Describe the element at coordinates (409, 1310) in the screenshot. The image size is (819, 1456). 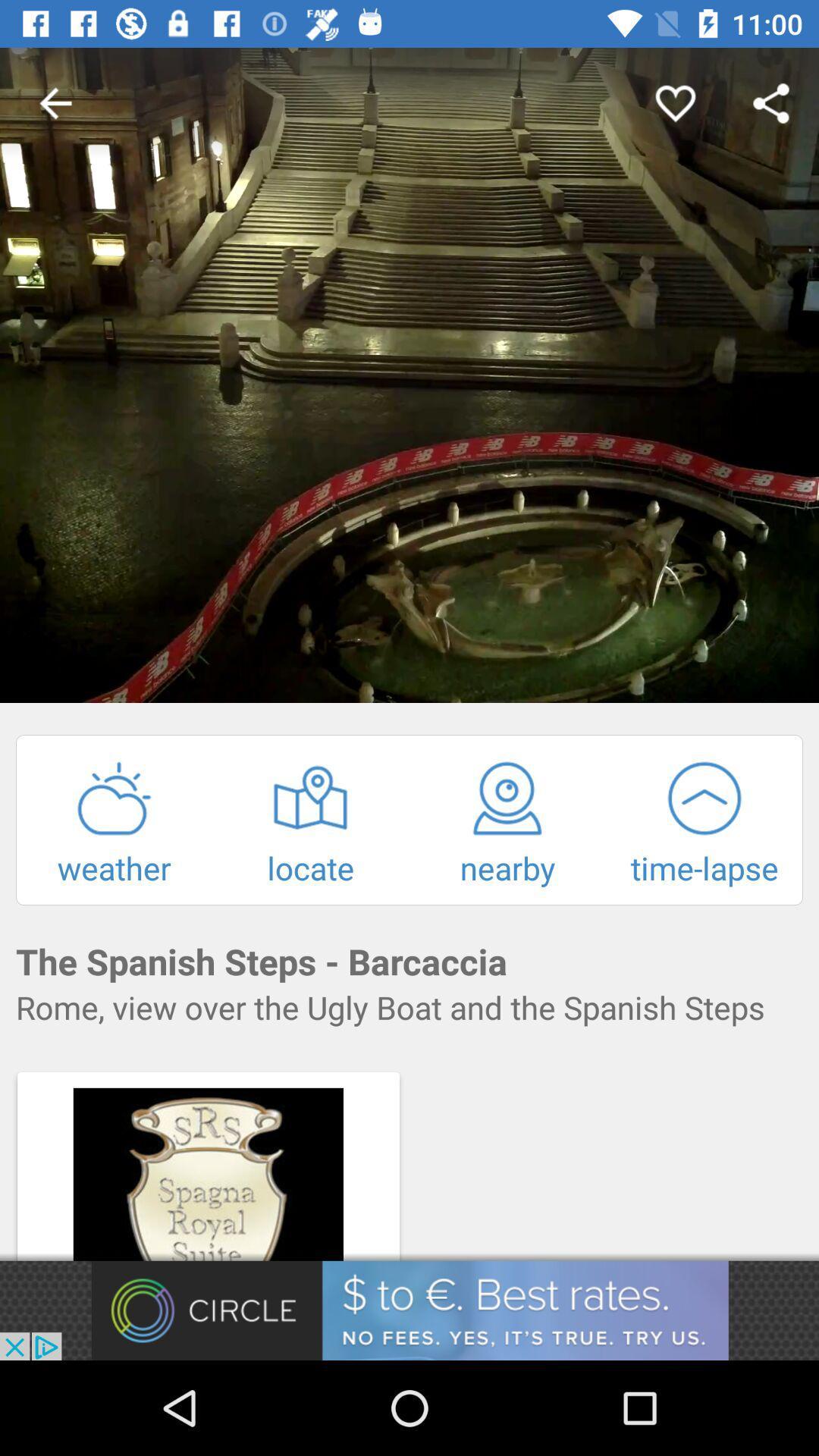
I see `add` at that location.